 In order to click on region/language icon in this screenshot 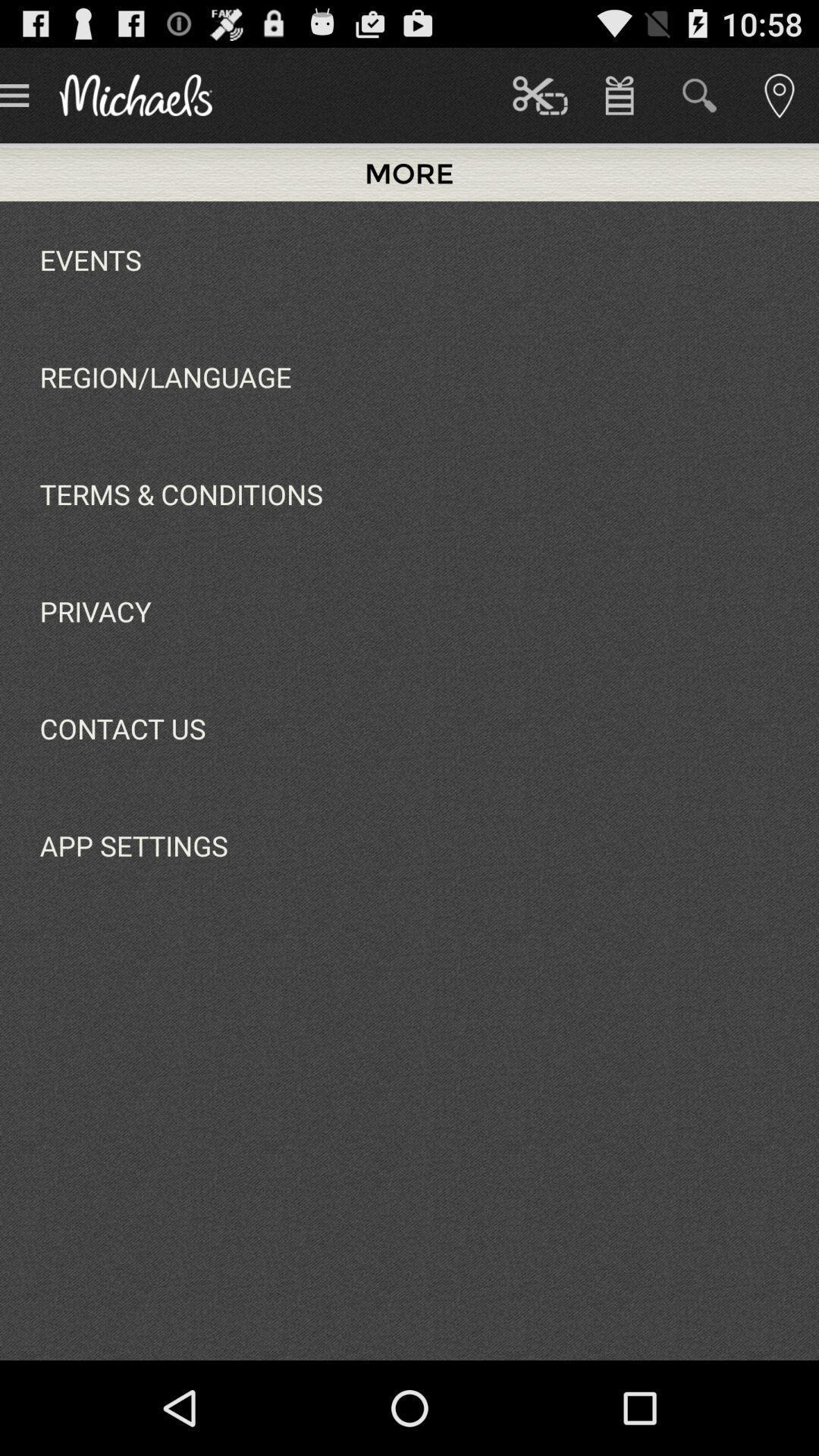, I will do `click(165, 377)`.